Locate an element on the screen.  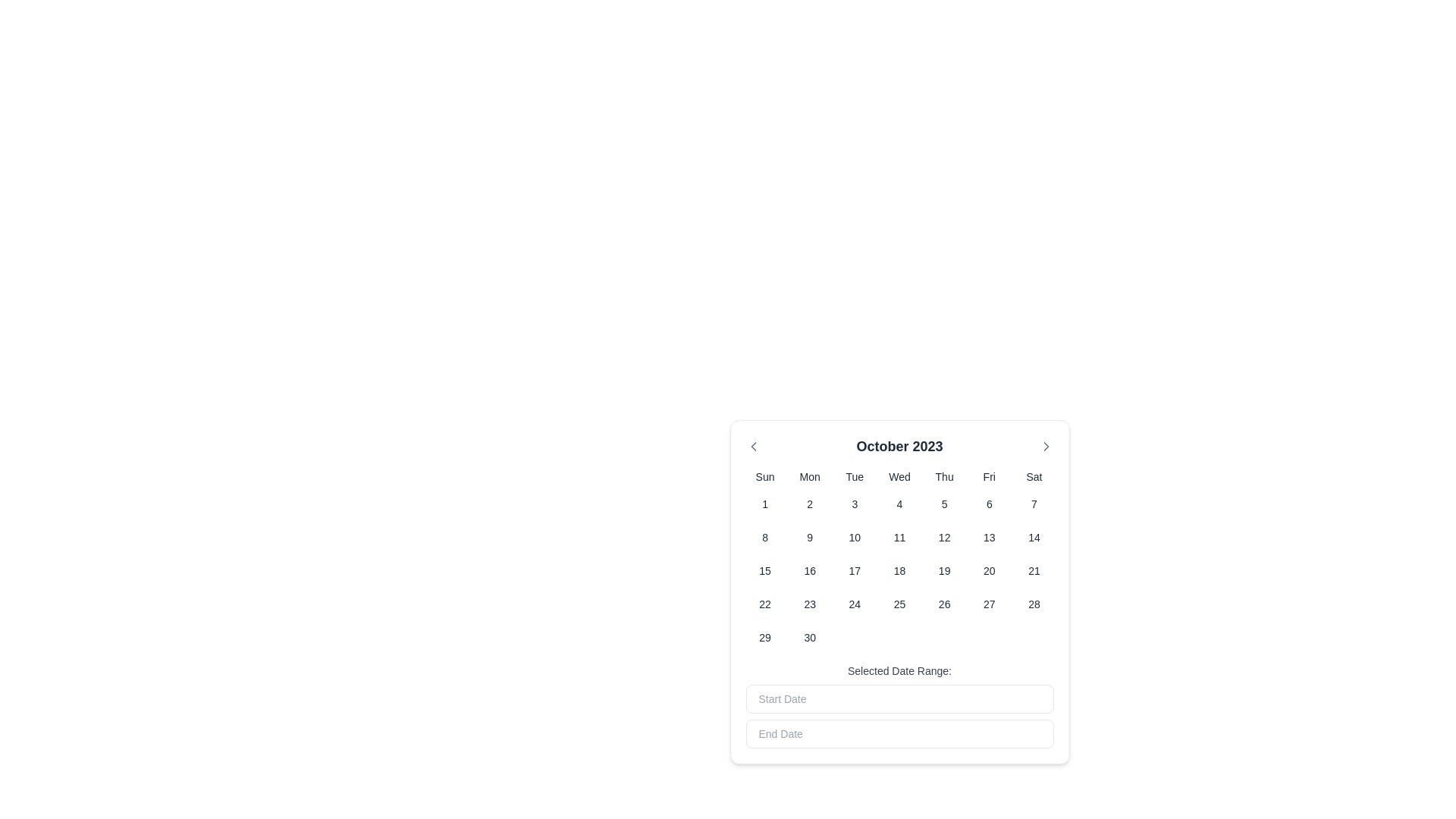
text label displaying 'Sun' in dark gray color, located in the first column of a calendar grid layout, representing Sunday is located at coordinates (765, 475).